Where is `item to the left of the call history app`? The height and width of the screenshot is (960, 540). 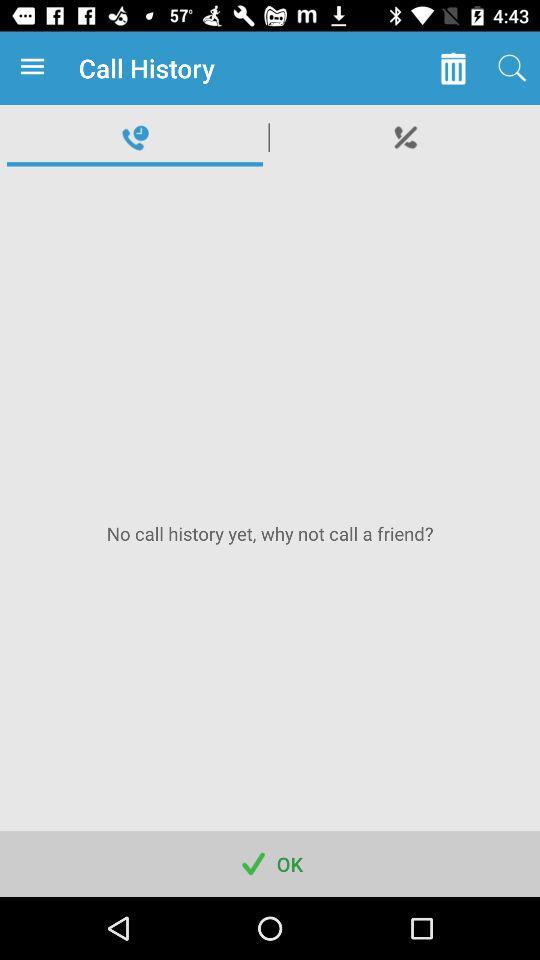 item to the left of the call history app is located at coordinates (36, 68).